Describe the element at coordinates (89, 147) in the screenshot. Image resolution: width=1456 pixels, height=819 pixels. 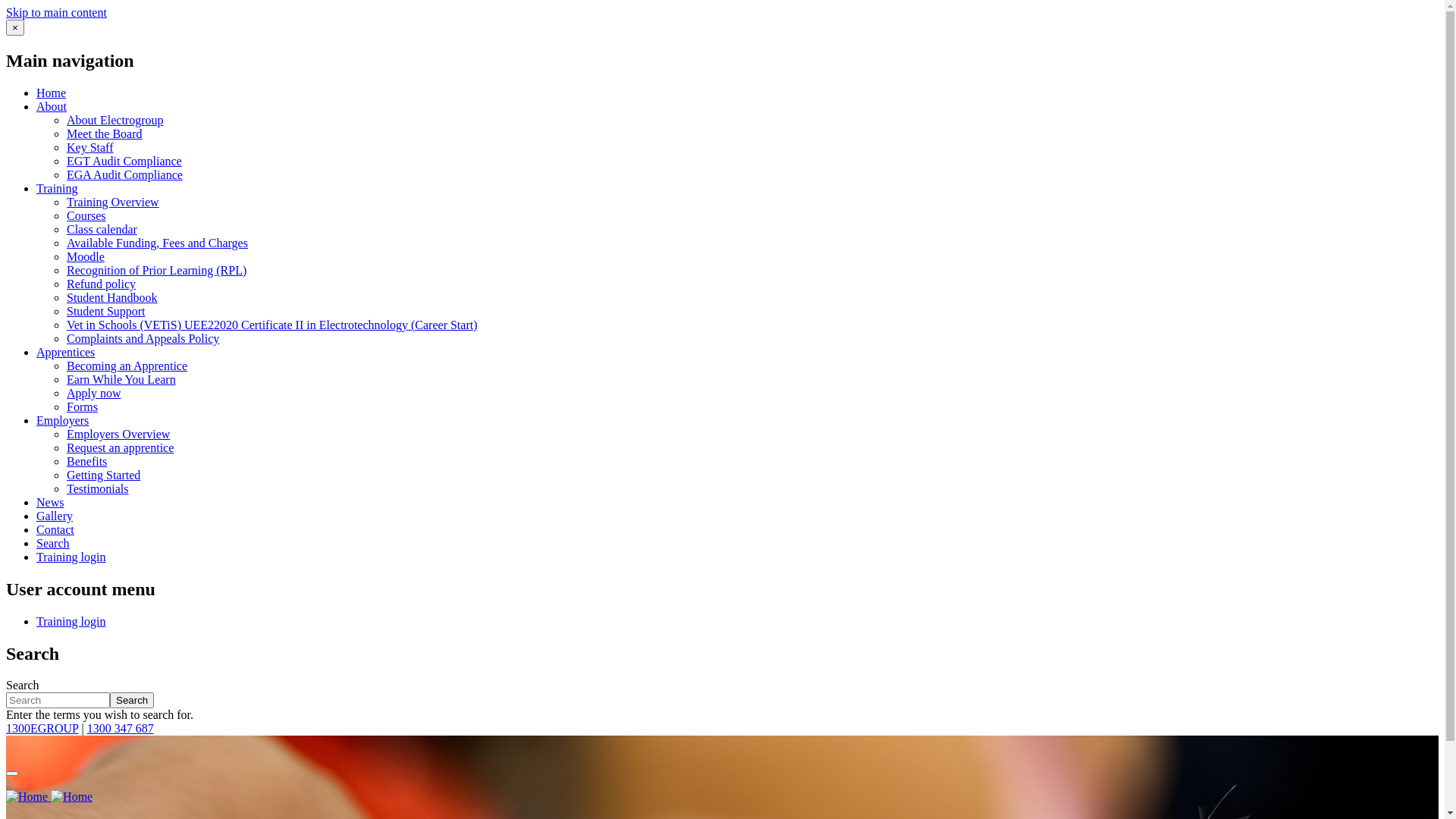
I see `'Key Staff'` at that location.